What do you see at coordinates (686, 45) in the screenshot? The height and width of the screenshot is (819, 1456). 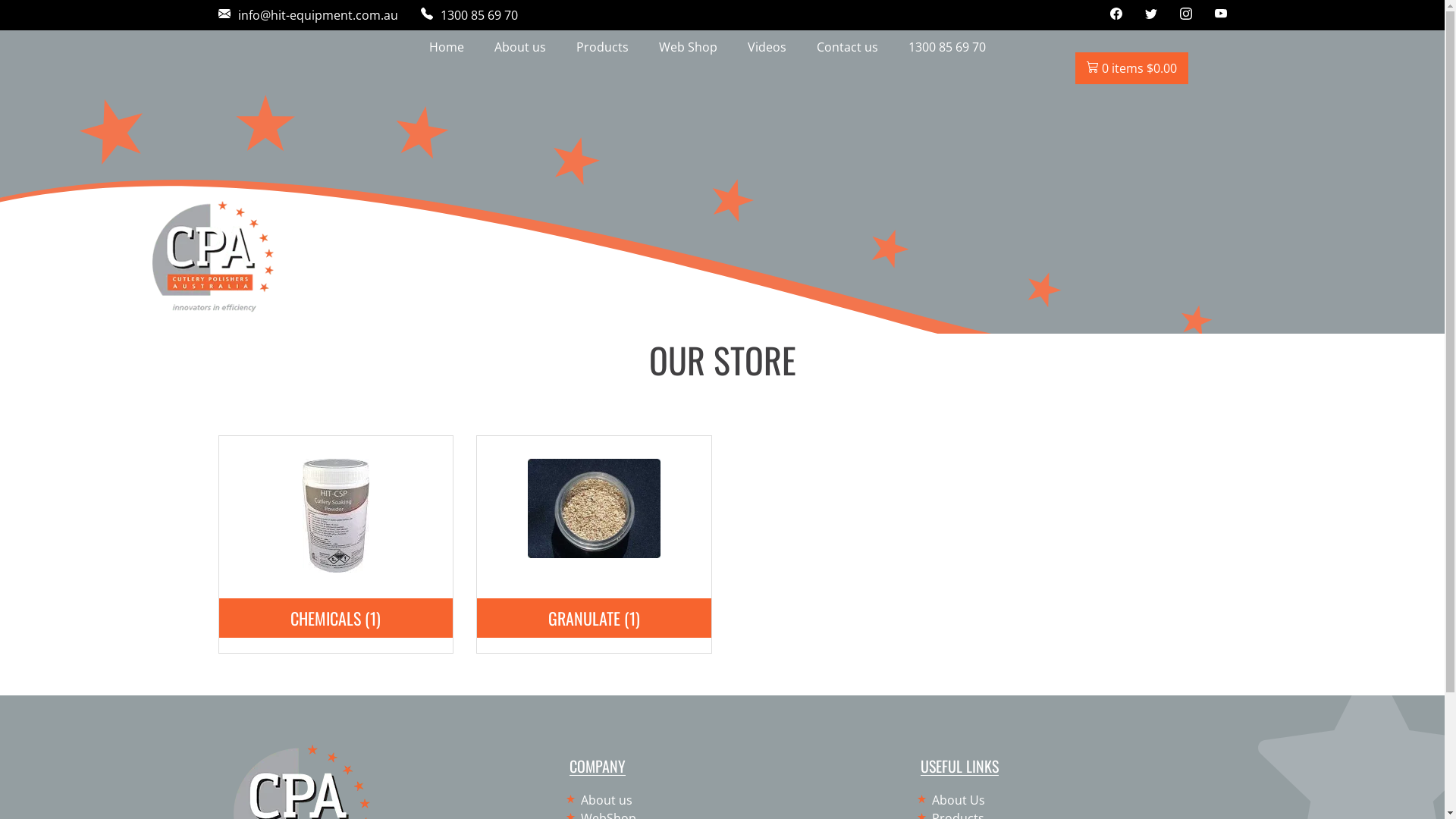 I see `'Web Shop'` at bounding box center [686, 45].